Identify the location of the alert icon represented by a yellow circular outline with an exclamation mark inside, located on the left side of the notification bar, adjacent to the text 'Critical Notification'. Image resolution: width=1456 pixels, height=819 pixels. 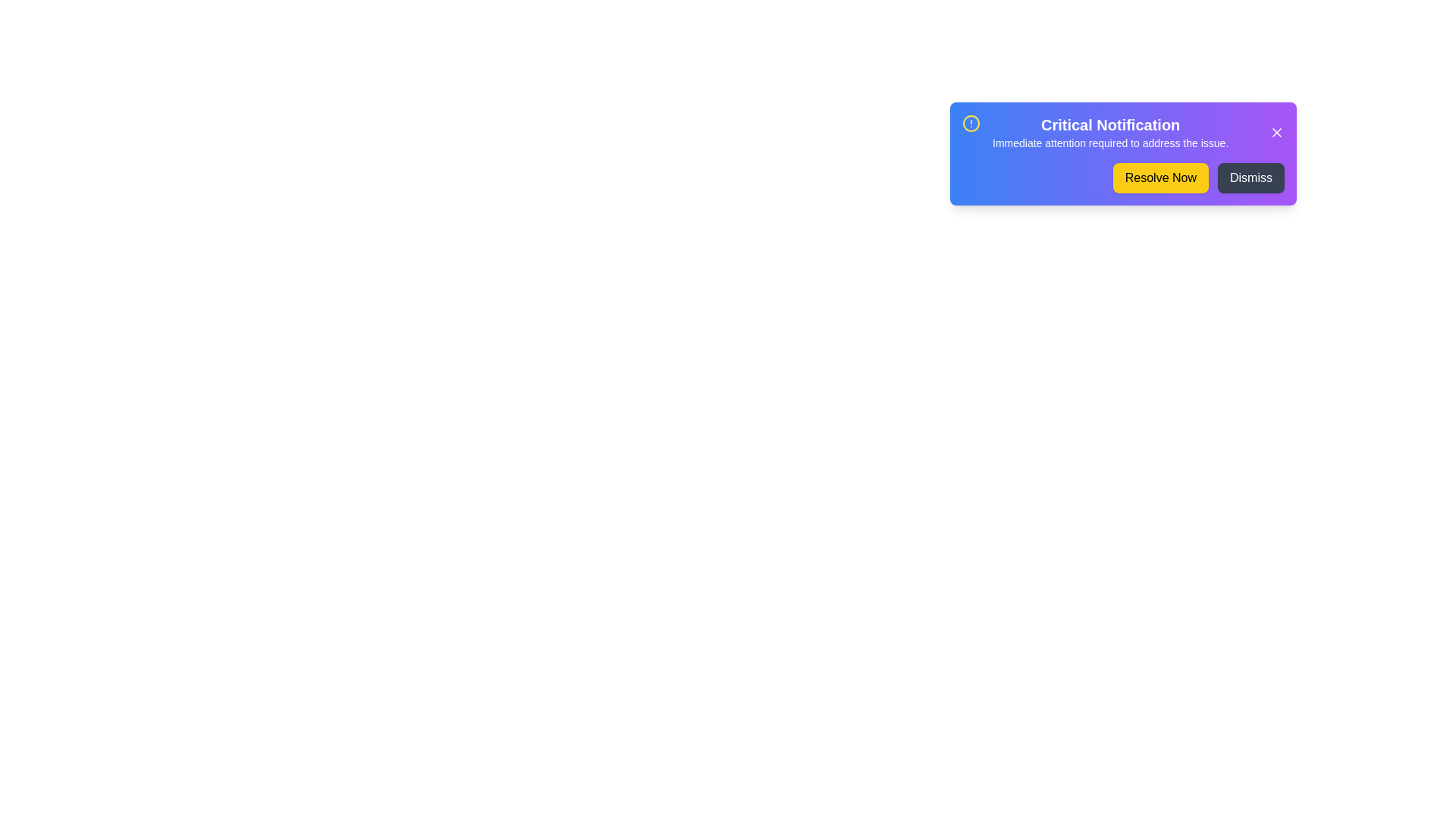
(971, 122).